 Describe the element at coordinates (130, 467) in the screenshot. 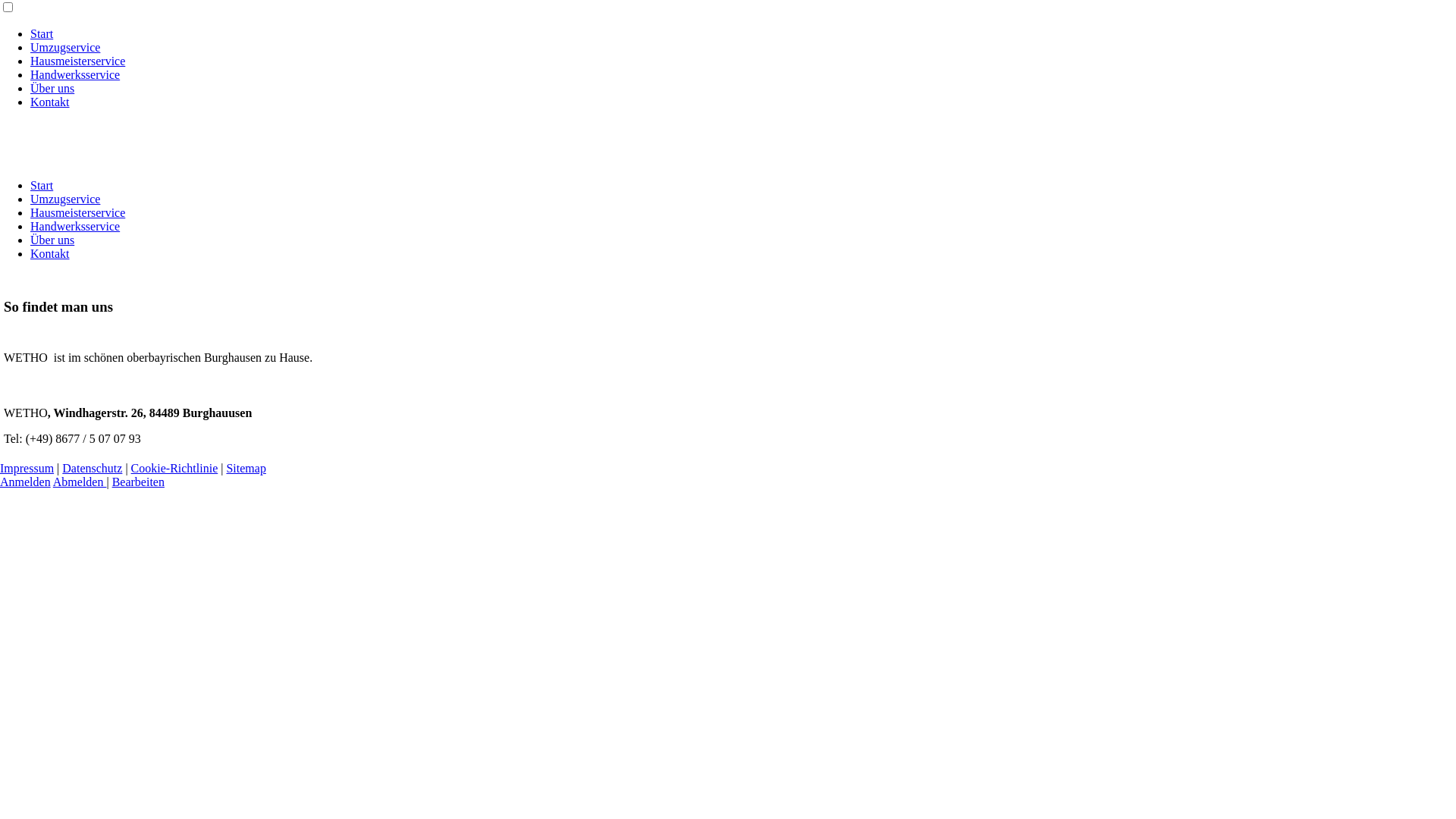

I see `'Cookie-Richtlinie'` at that location.